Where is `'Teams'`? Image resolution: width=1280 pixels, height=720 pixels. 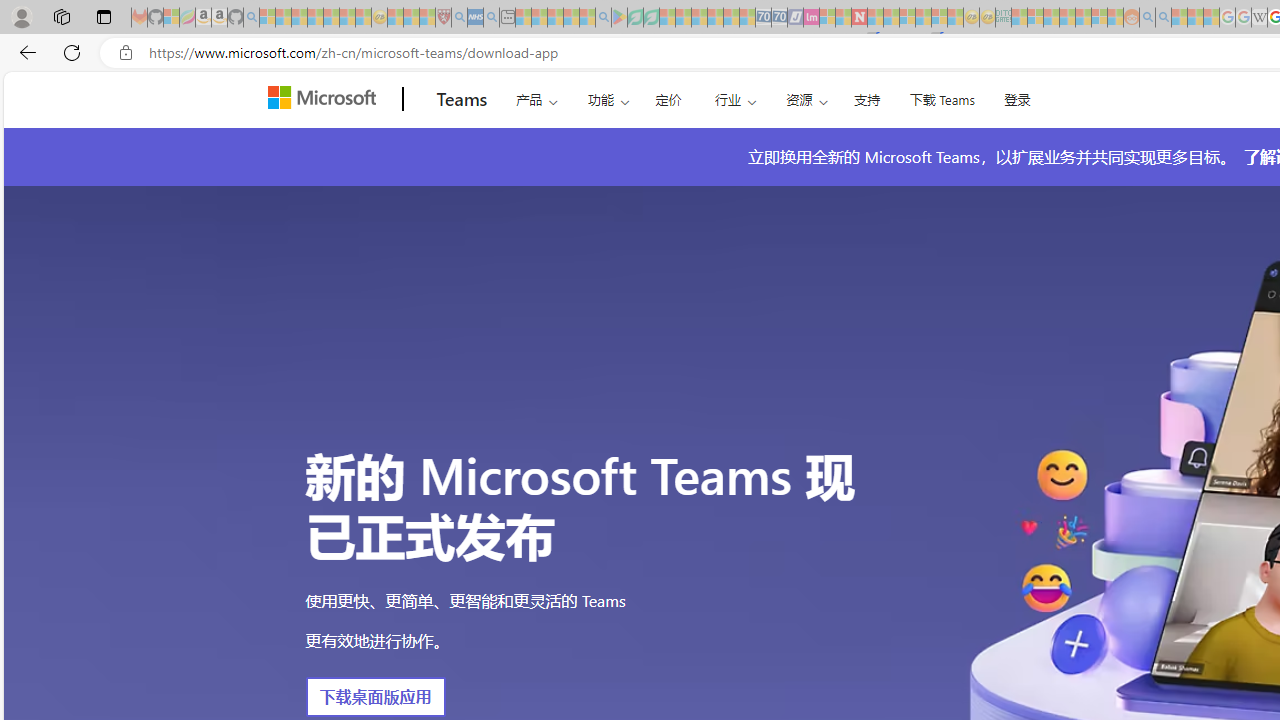 'Teams' is located at coordinates (461, 99).